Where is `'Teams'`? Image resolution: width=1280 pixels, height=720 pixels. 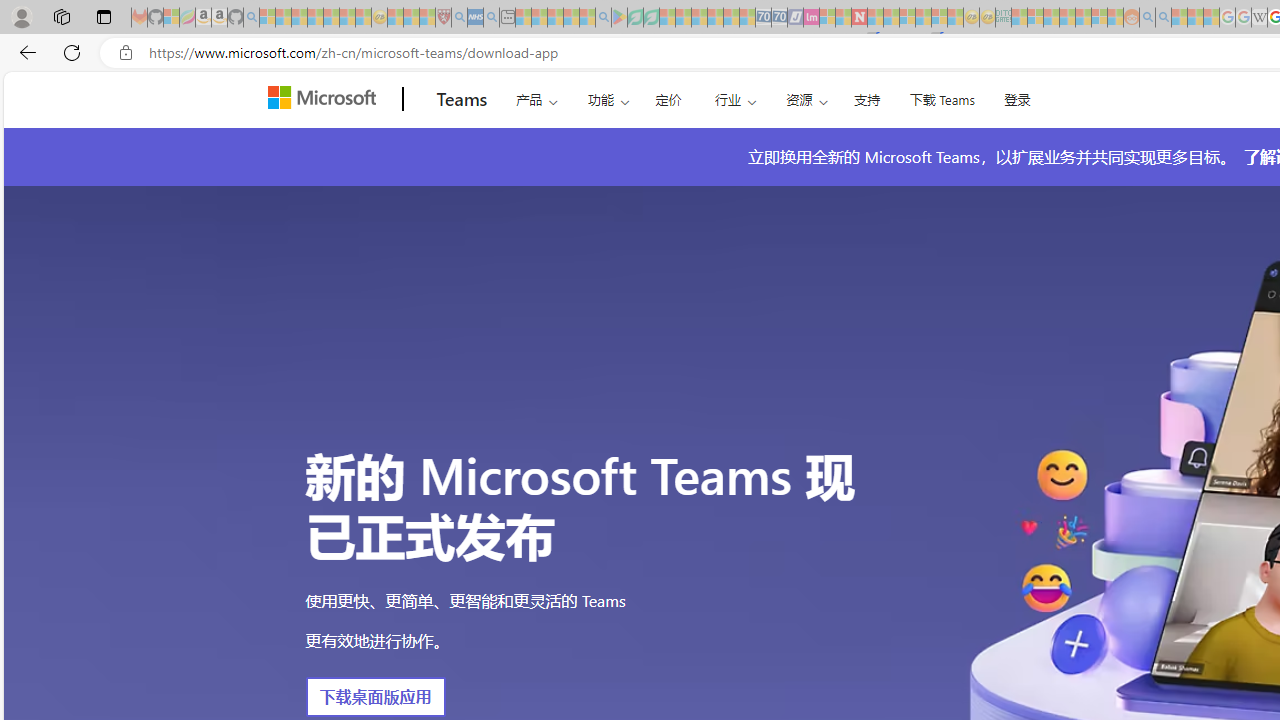 'Teams' is located at coordinates (461, 99).